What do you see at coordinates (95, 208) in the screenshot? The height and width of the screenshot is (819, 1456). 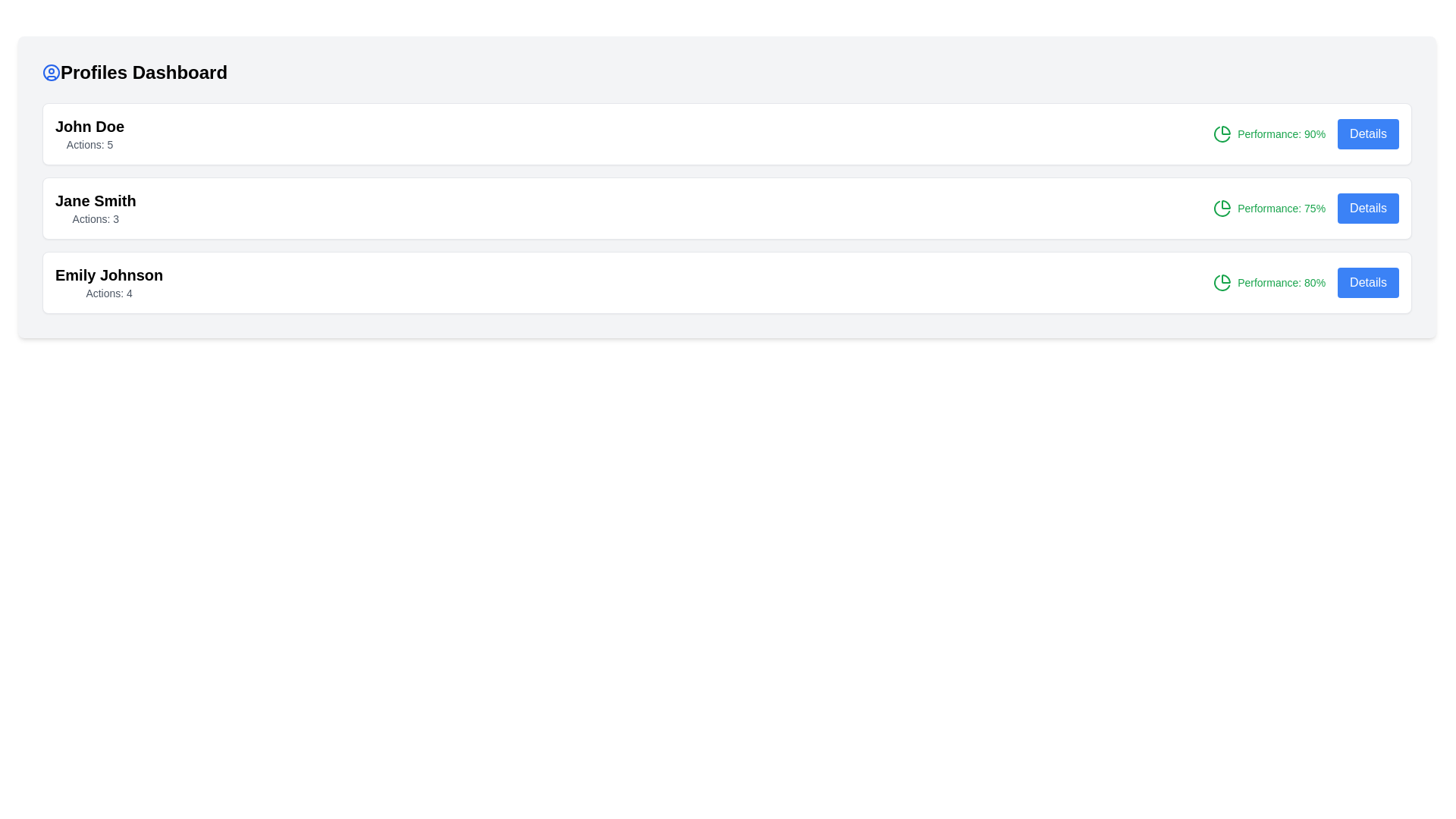 I see `the Text label displaying 'Jane Smith' and 'Actions: 3' in the second row of the Profiles Dashboard` at bounding box center [95, 208].